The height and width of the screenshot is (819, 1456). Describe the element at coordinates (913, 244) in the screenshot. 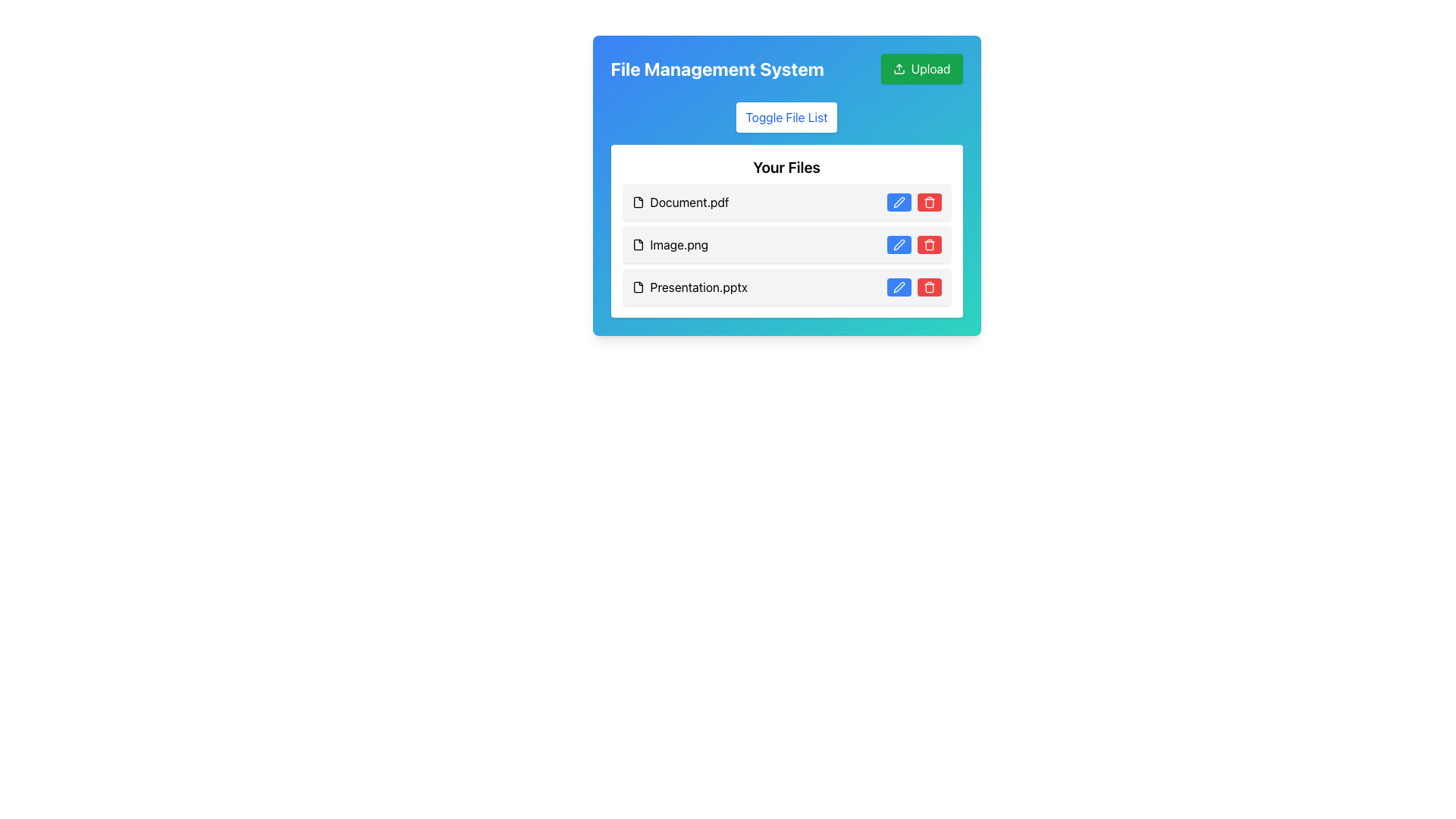

I see `the blue button in the grouped buttons for editing, located to the left of the red button in the file management interface for 'Image.png'` at that location.